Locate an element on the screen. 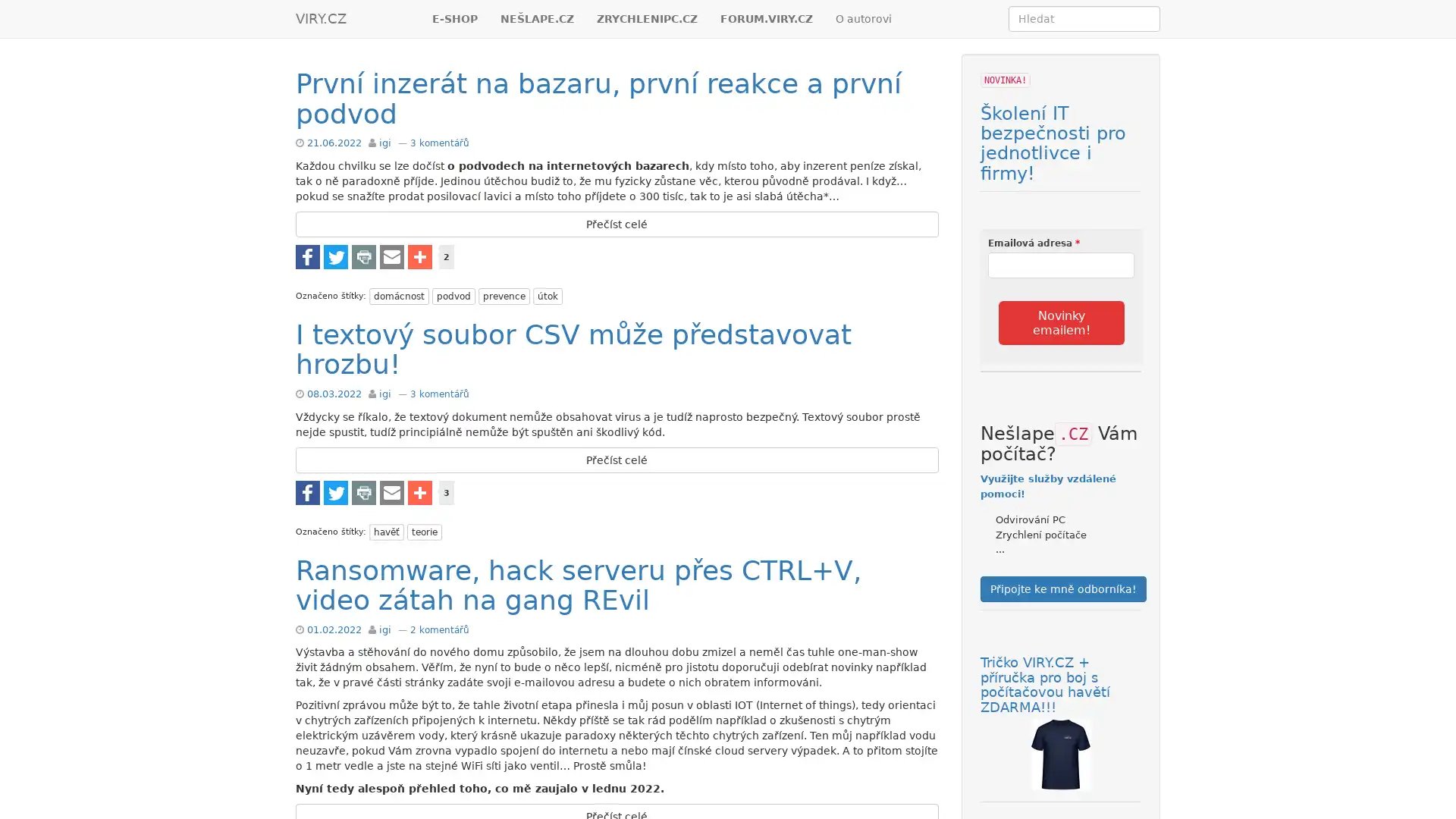 This screenshot has width=1456, height=819. Share to E-mail is located at coordinates (392, 256).